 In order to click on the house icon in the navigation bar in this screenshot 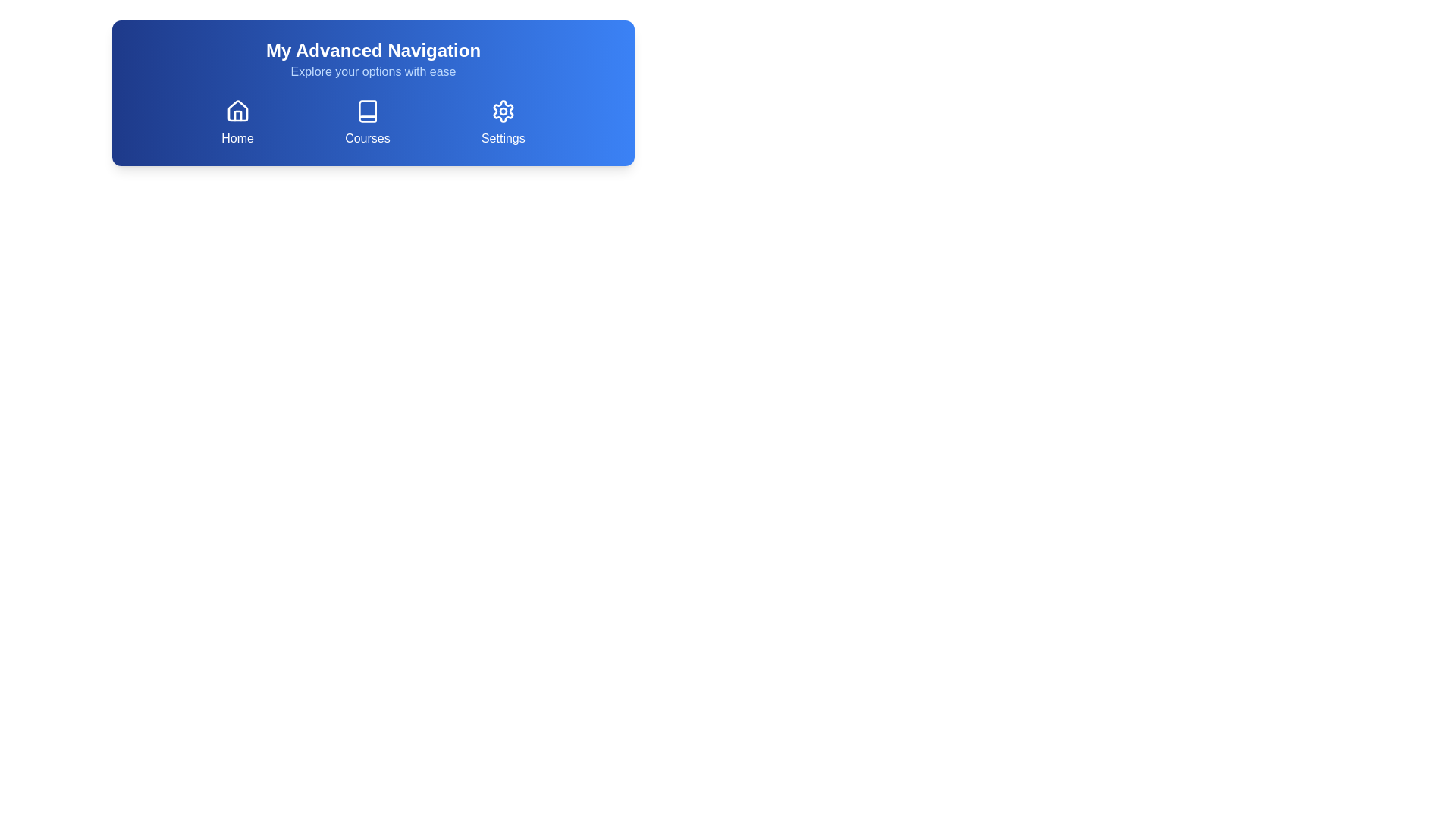, I will do `click(237, 110)`.